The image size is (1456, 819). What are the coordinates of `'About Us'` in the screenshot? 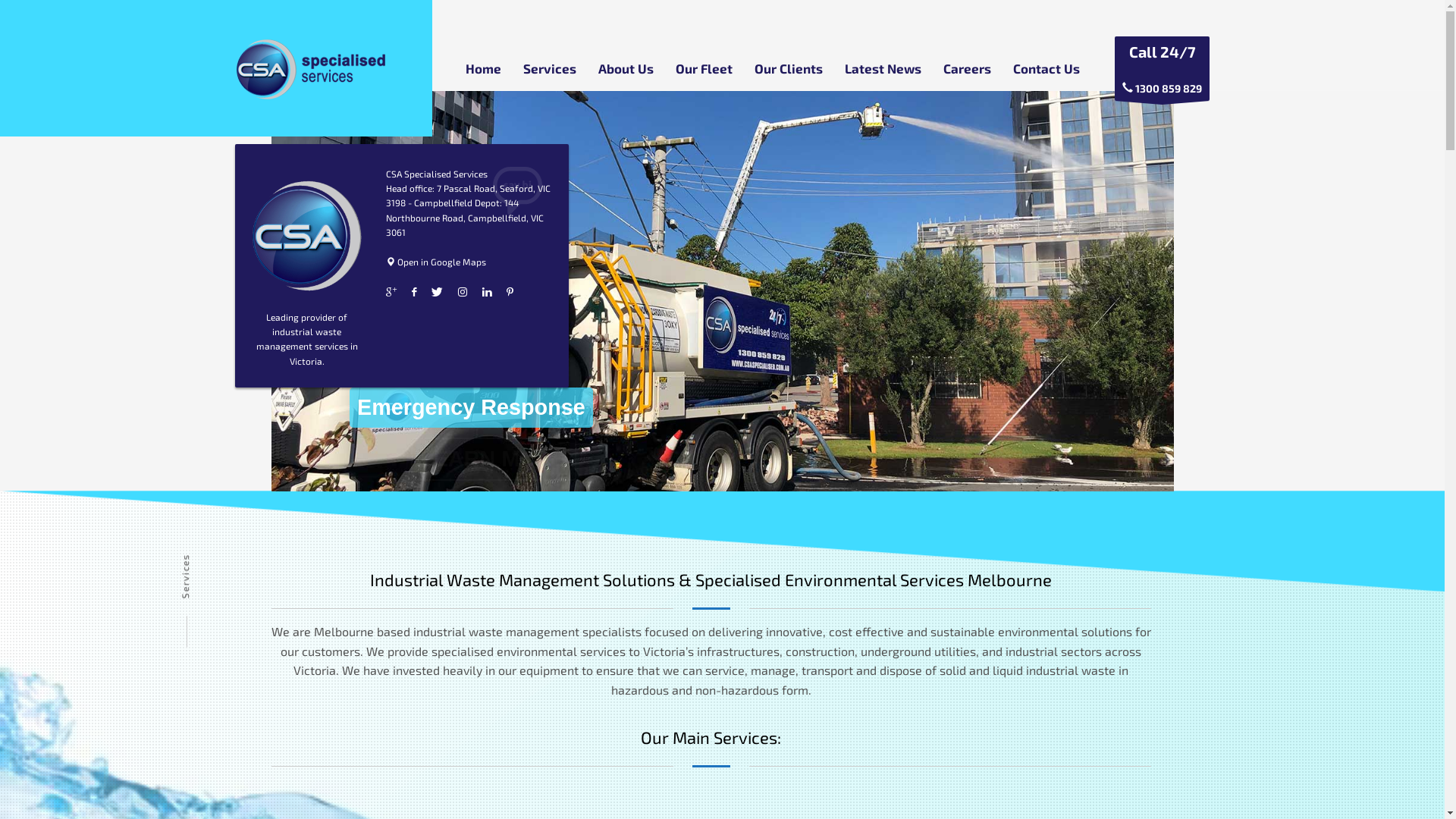 It's located at (625, 67).